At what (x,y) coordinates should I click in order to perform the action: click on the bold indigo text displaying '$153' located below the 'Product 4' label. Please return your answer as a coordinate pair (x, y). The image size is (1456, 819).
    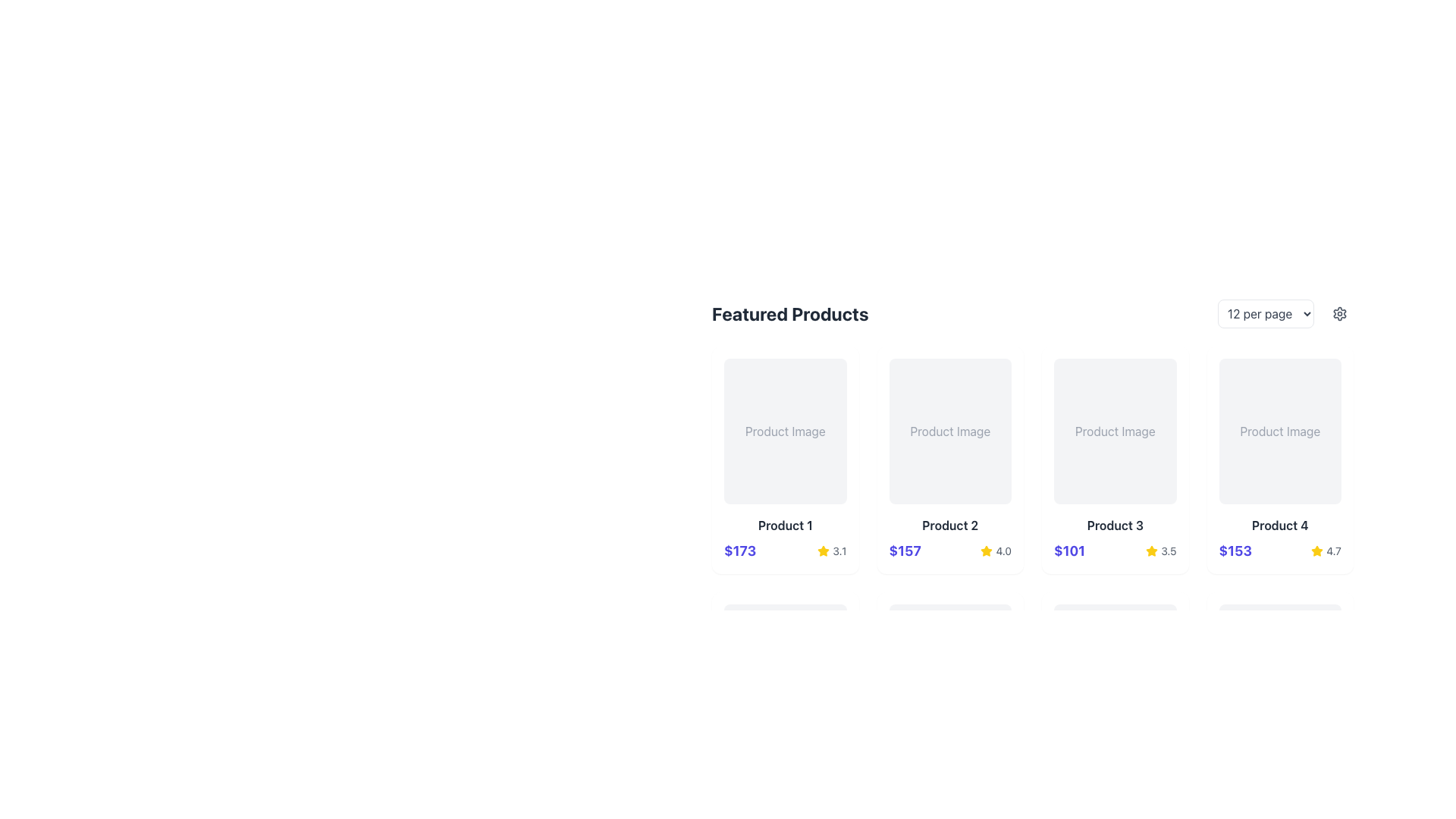
    Looking at the image, I should click on (1235, 551).